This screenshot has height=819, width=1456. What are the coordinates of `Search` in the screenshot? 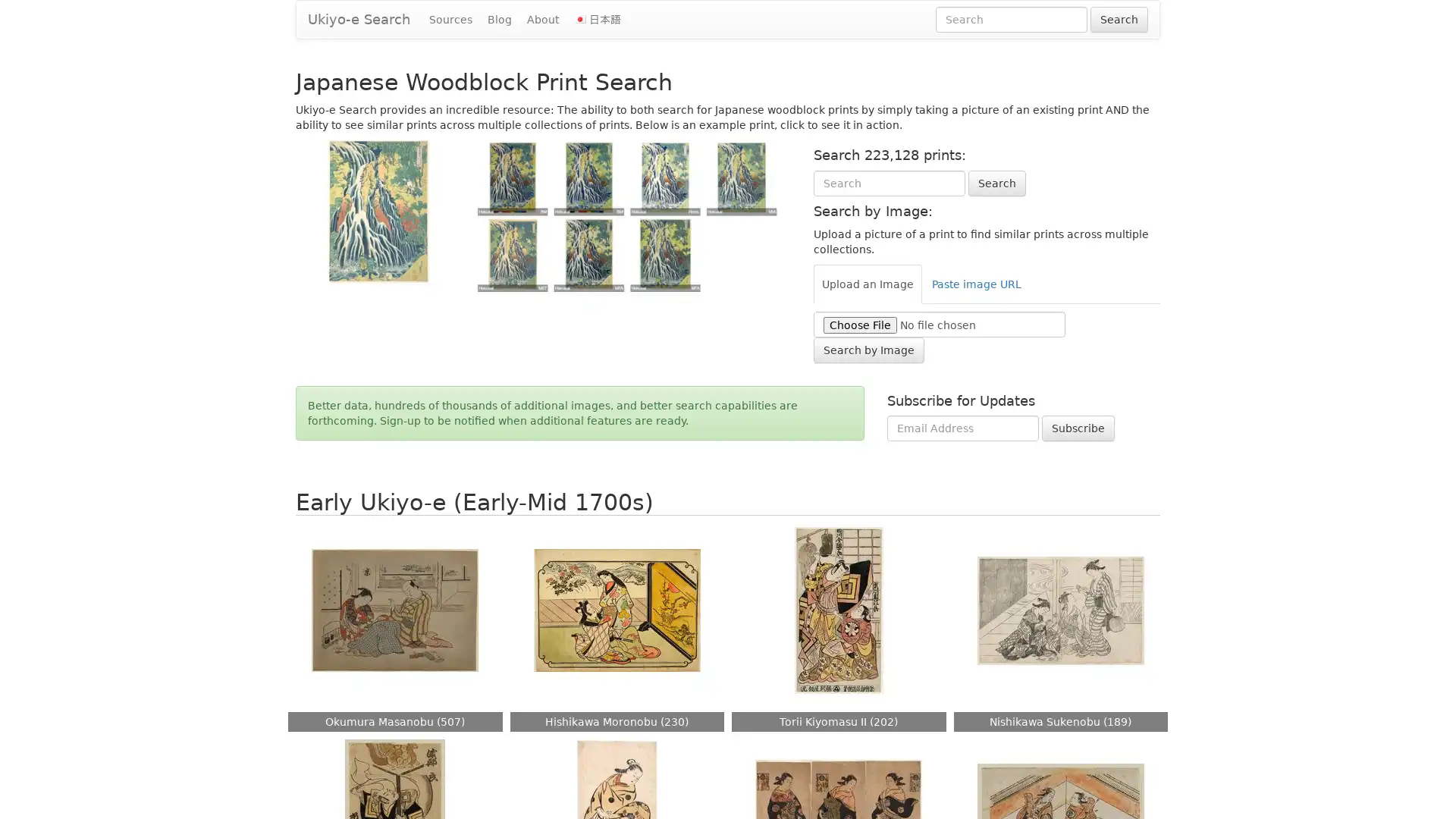 It's located at (996, 181).